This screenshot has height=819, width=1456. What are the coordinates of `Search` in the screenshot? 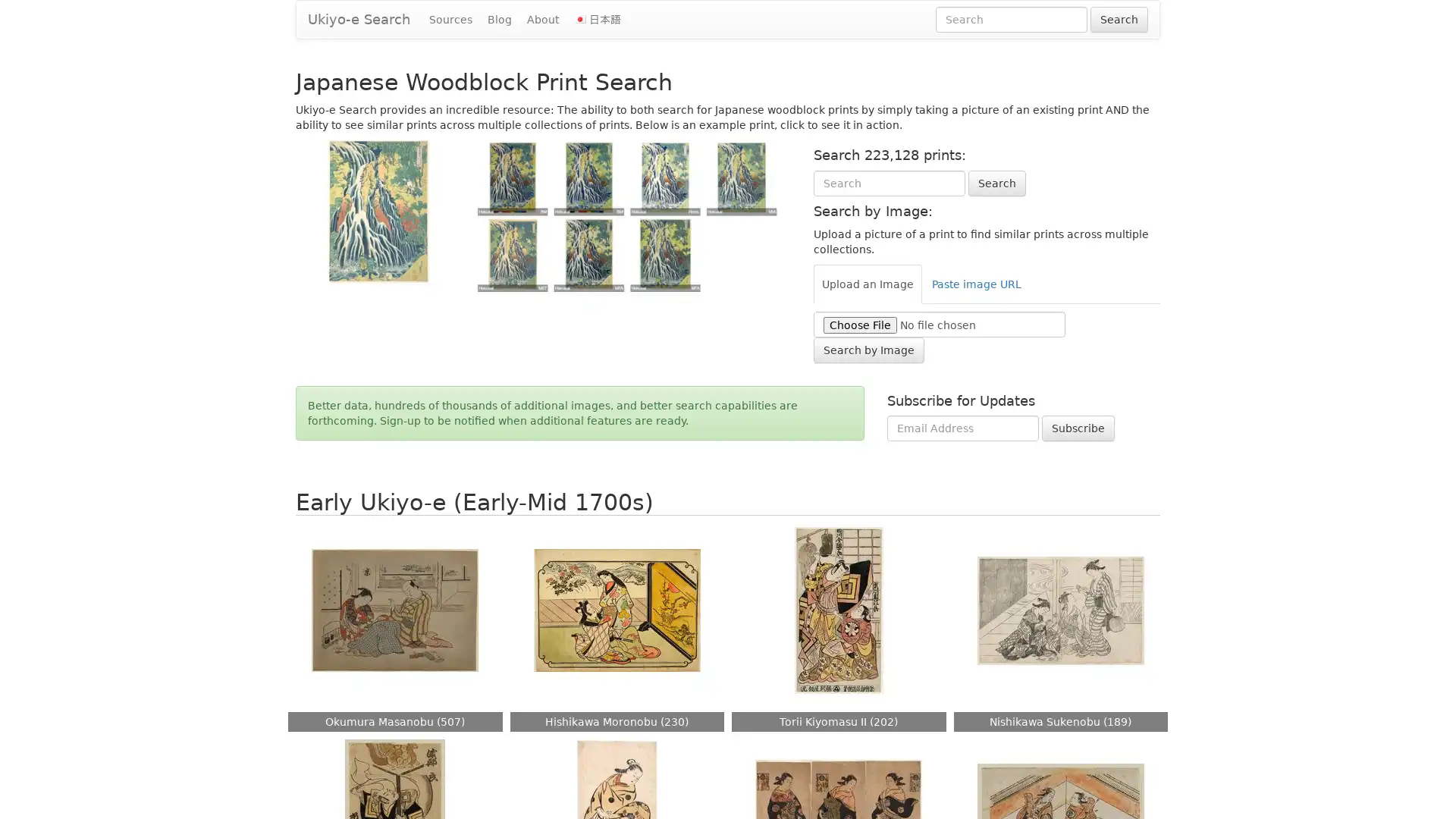 It's located at (996, 181).